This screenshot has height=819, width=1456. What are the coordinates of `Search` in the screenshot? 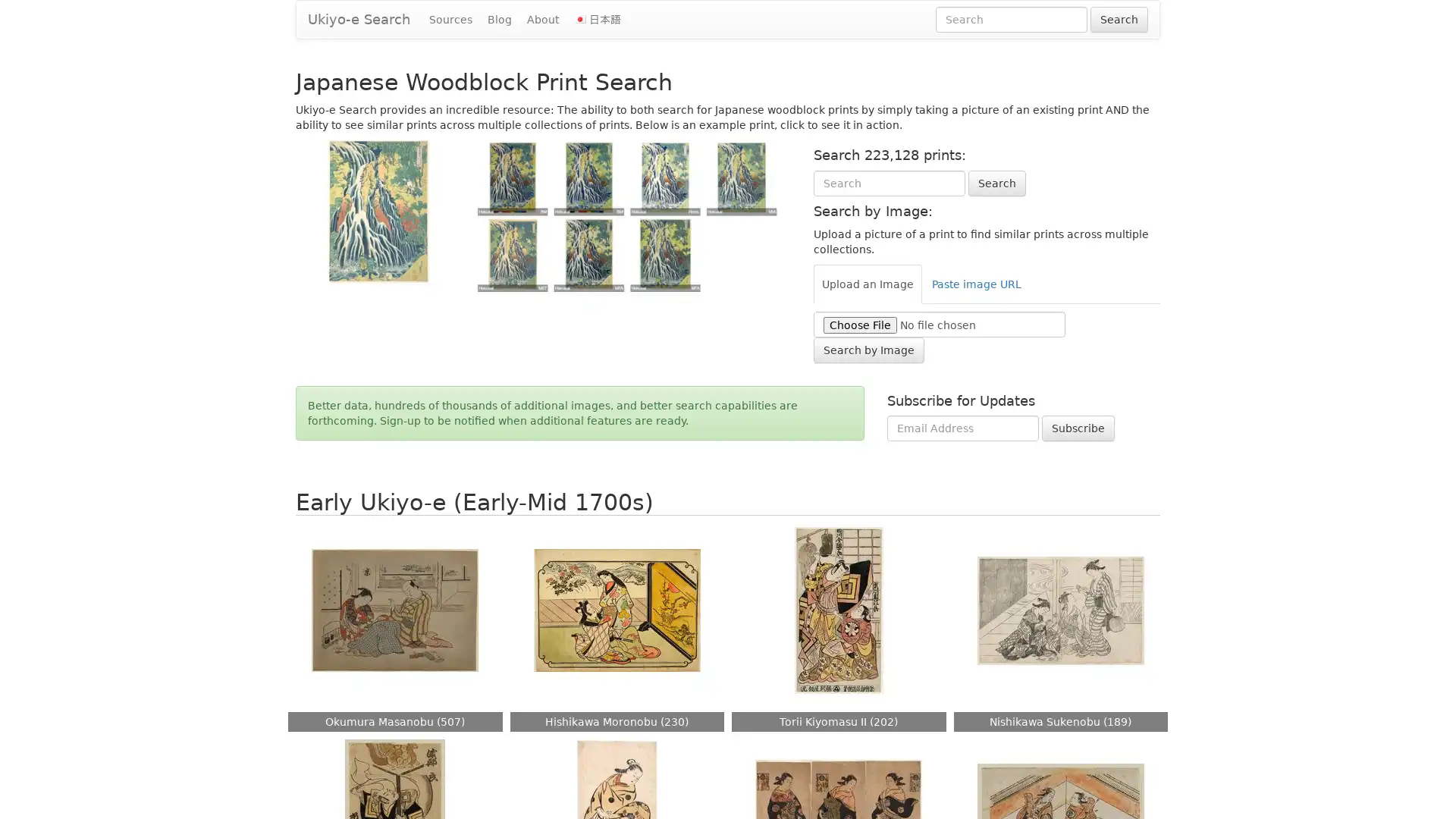 It's located at (996, 181).